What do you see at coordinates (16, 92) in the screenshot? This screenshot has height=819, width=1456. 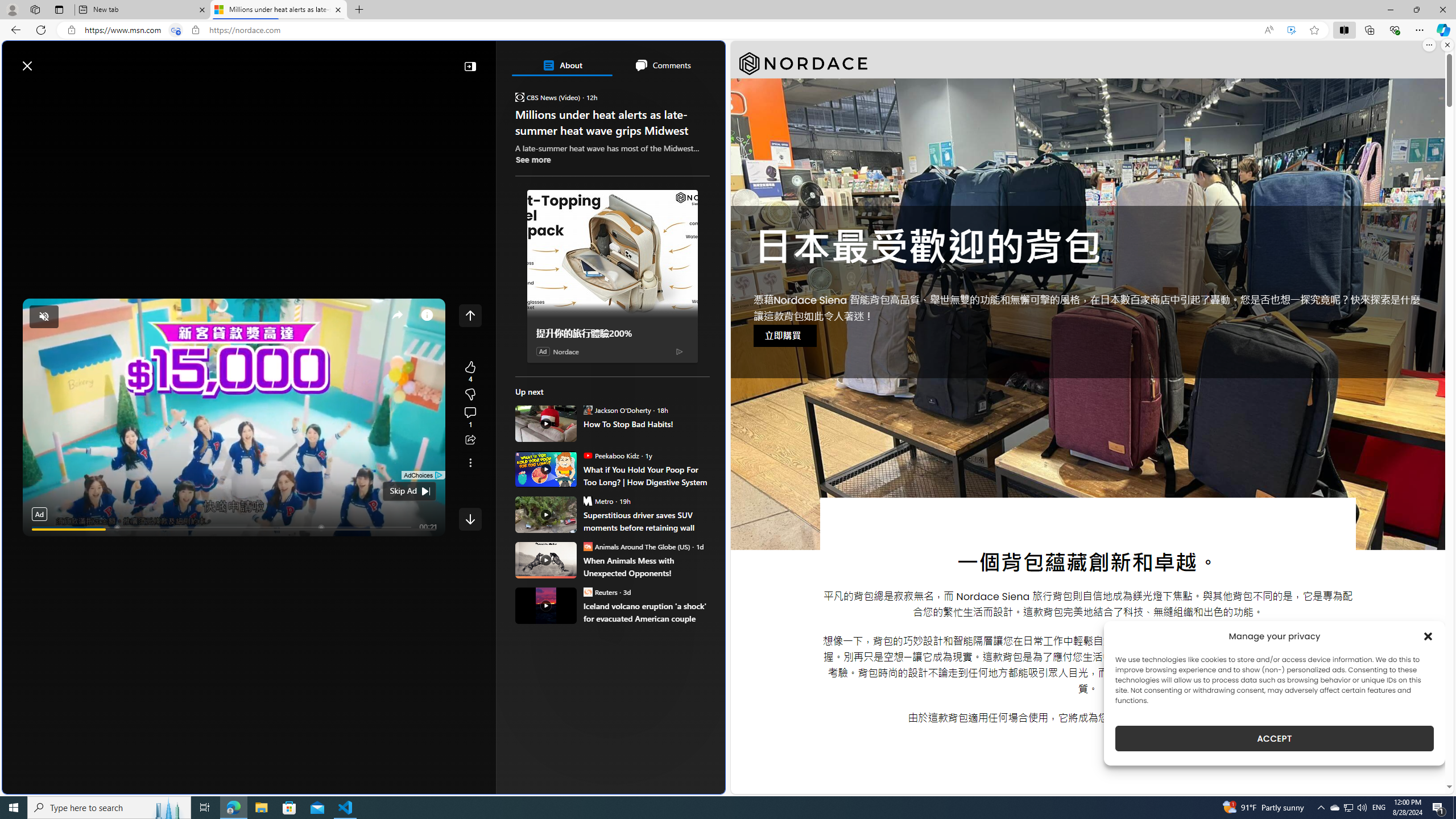 I see `'Class: button-glyph'` at bounding box center [16, 92].